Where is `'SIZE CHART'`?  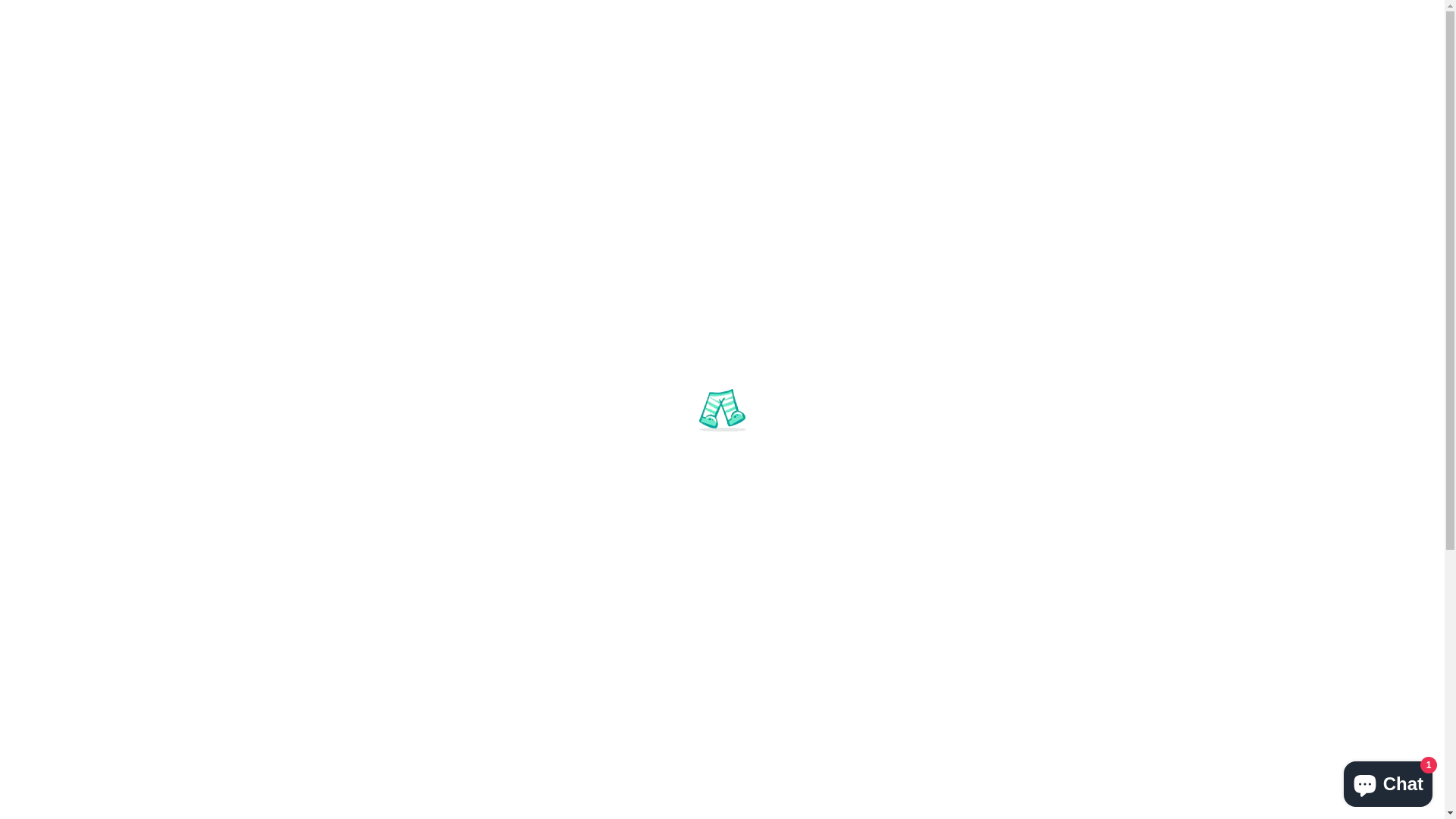 'SIZE CHART' is located at coordinates (986, 210).